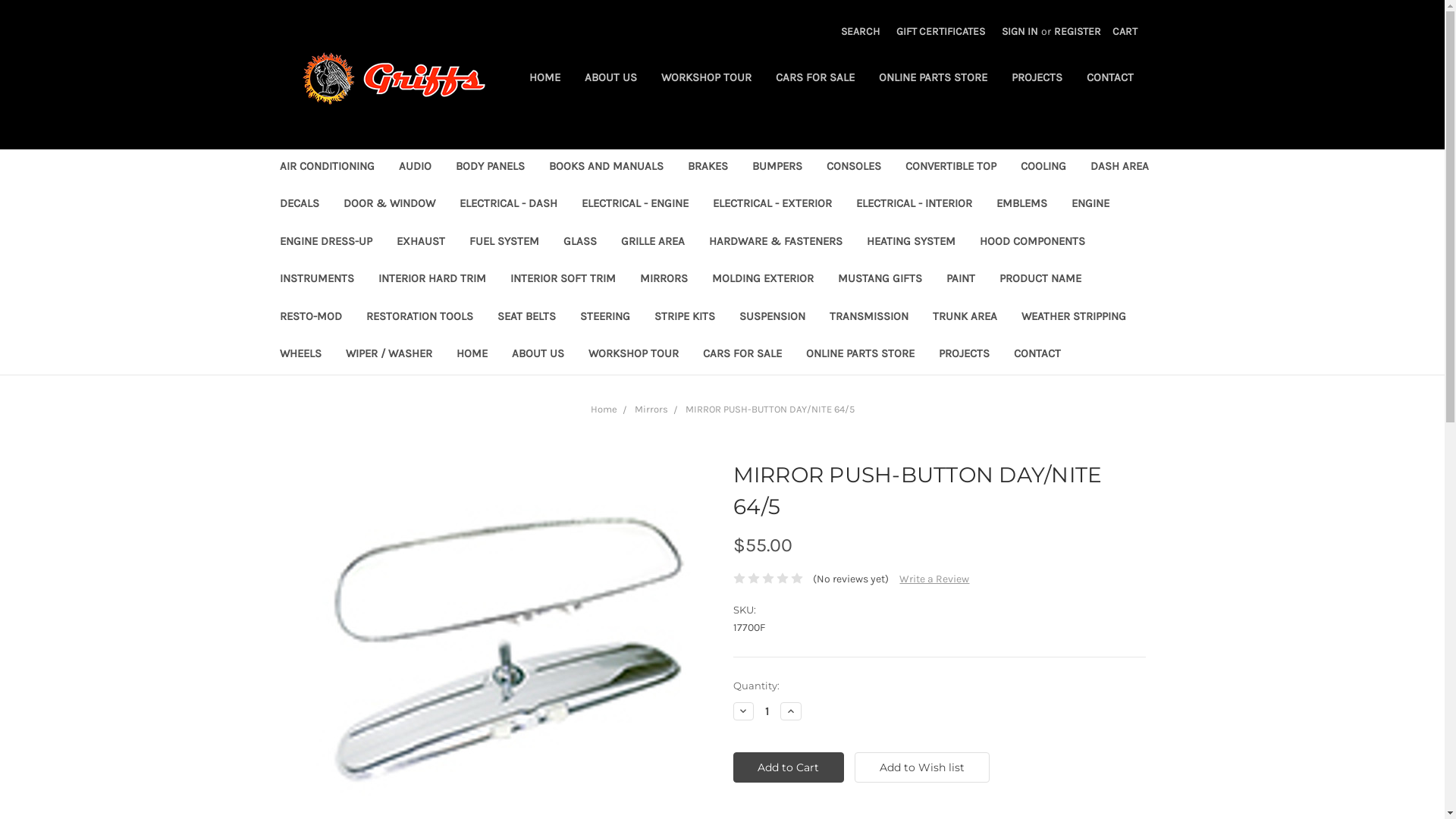 The width and height of the screenshot is (1456, 819). I want to click on 'INTERIOR SOFT TRIM', so click(497, 280).